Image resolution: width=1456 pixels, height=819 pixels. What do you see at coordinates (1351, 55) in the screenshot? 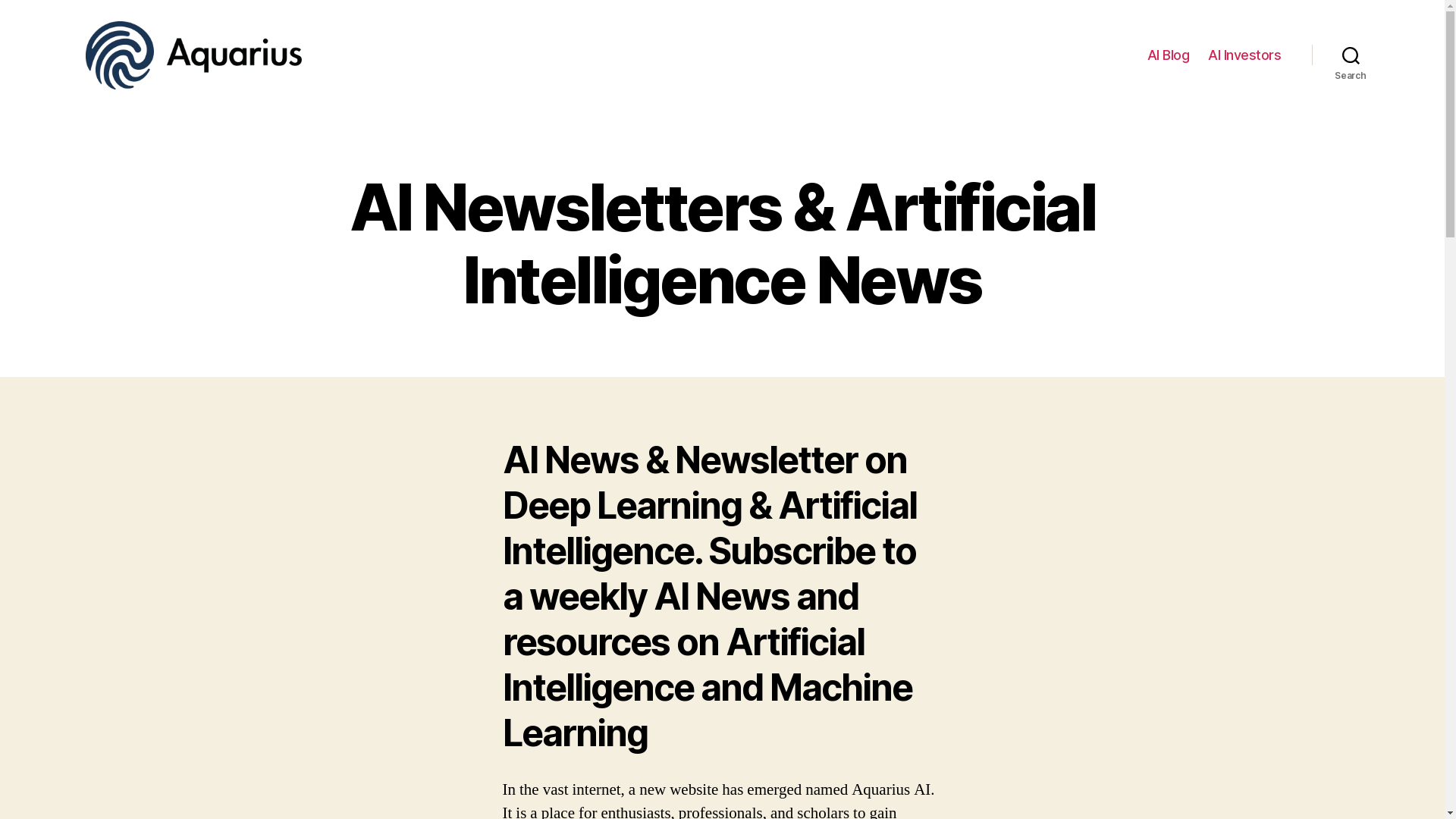
I see `'Search'` at bounding box center [1351, 55].